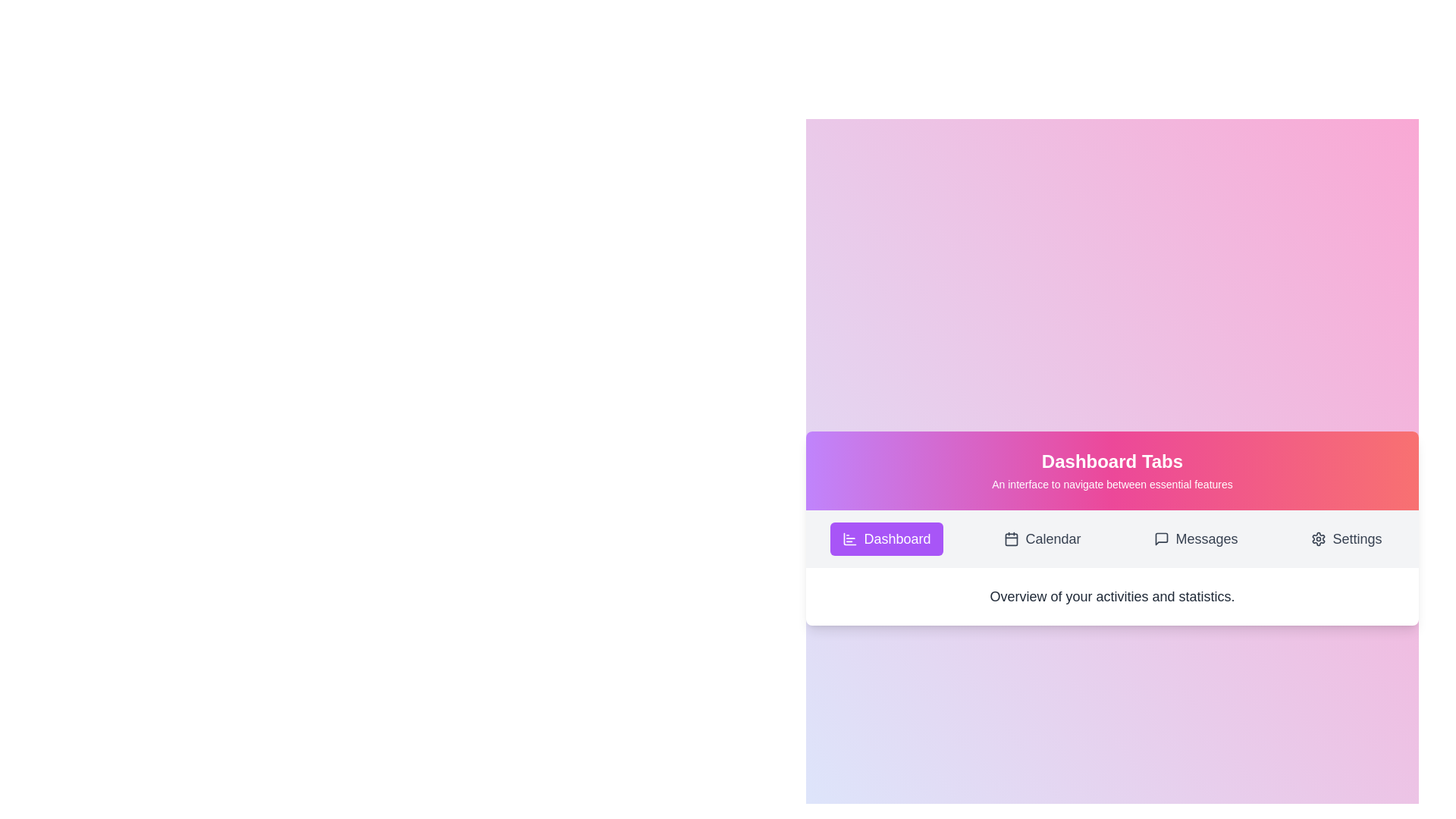 Image resolution: width=1456 pixels, height=819 pixels. I want to click on the static text label displaying 'An interface to navigate between essential features', so click(1112, 485).